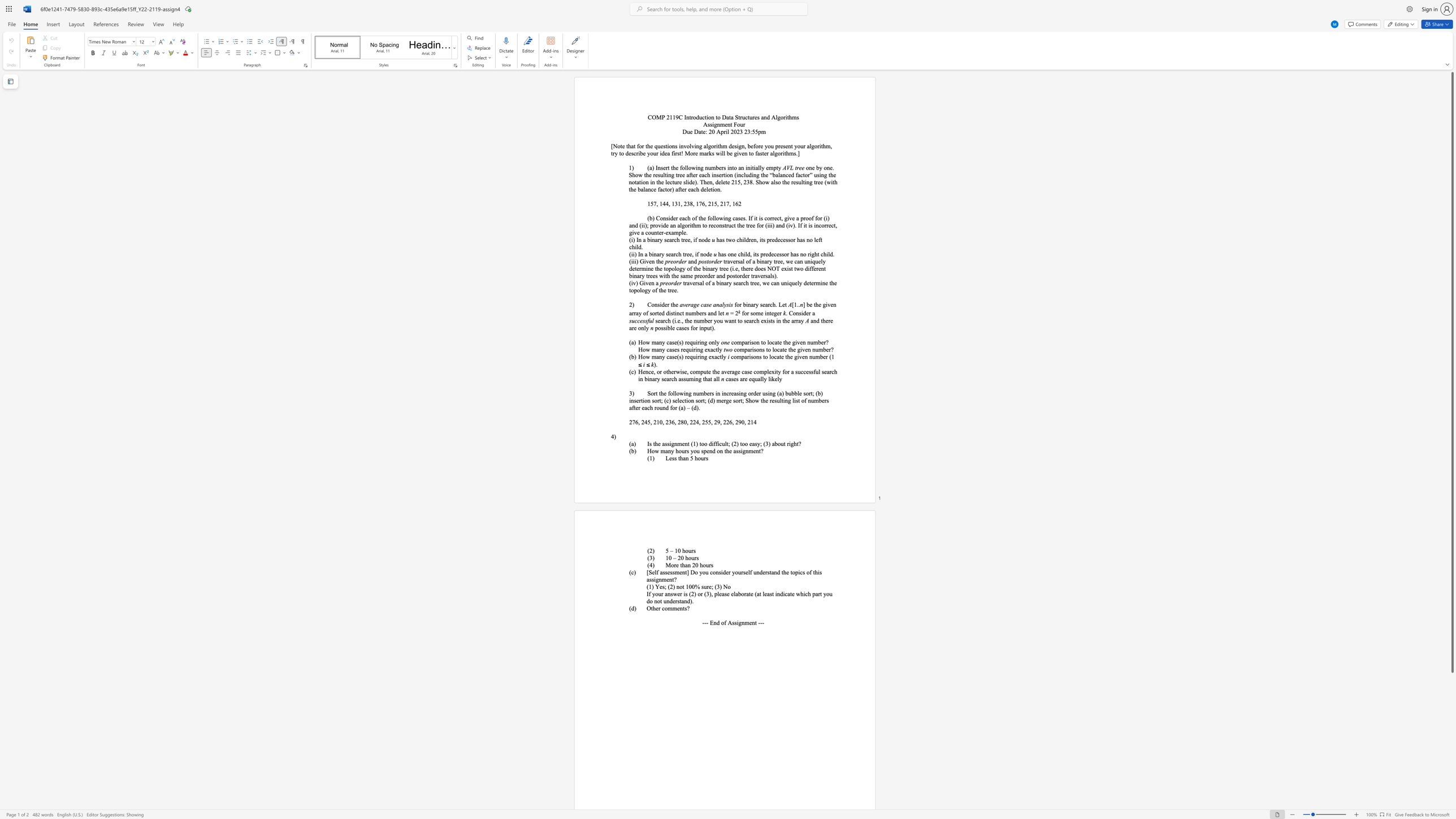  I want to click on the 3th character "h" in the text, so click(798, 239).